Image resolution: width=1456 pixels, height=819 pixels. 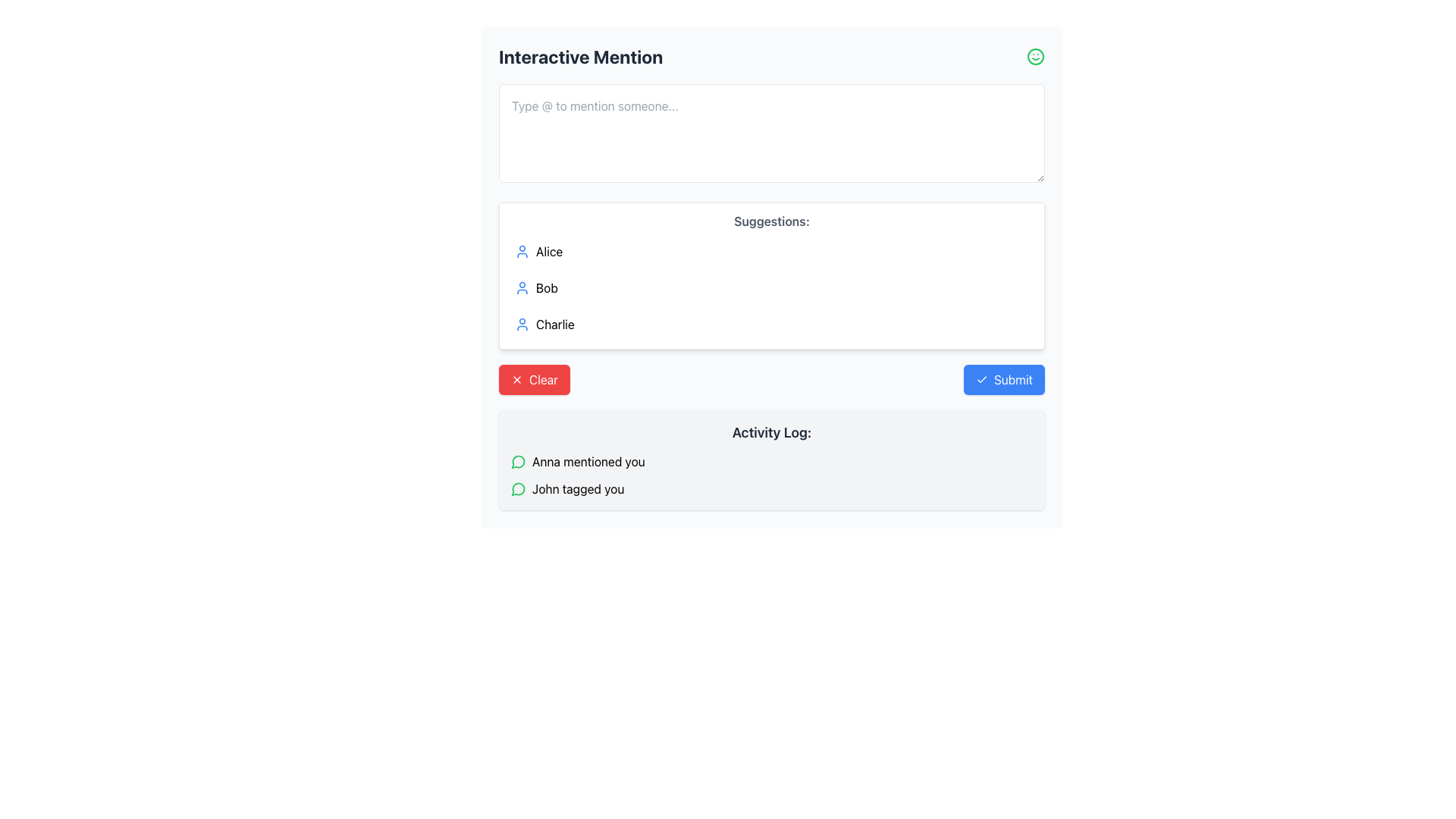 I want to click on the user profile icon, which is outlined in blue and positioned to the left of the label 'Charlie' in the 'Suggestions' section of the 'Interactive Mention' interface, so click(x=522, y=324).